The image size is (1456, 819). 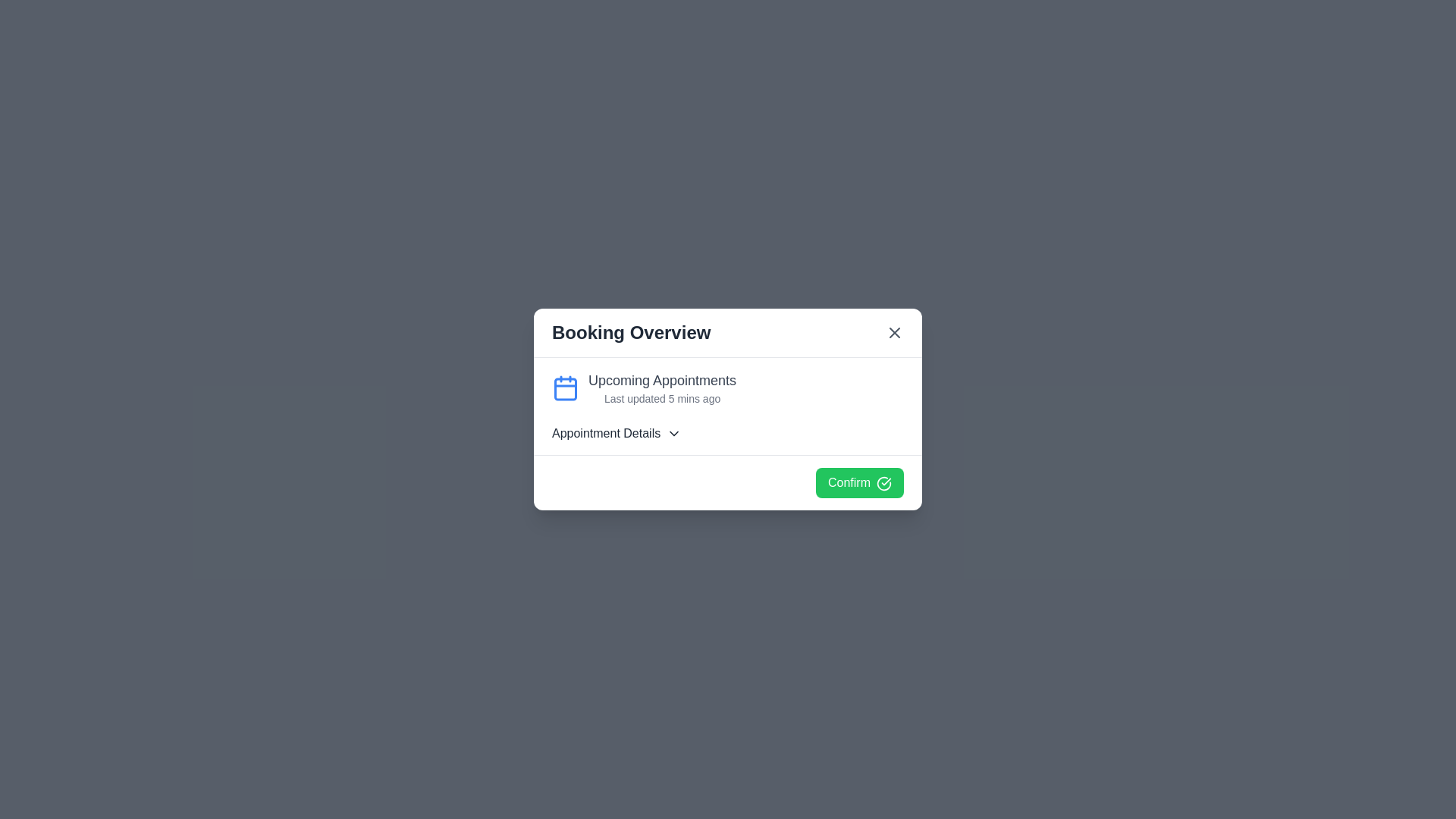 I want to click on the 'Booking Overview' header section, so click(x=728, y=332).